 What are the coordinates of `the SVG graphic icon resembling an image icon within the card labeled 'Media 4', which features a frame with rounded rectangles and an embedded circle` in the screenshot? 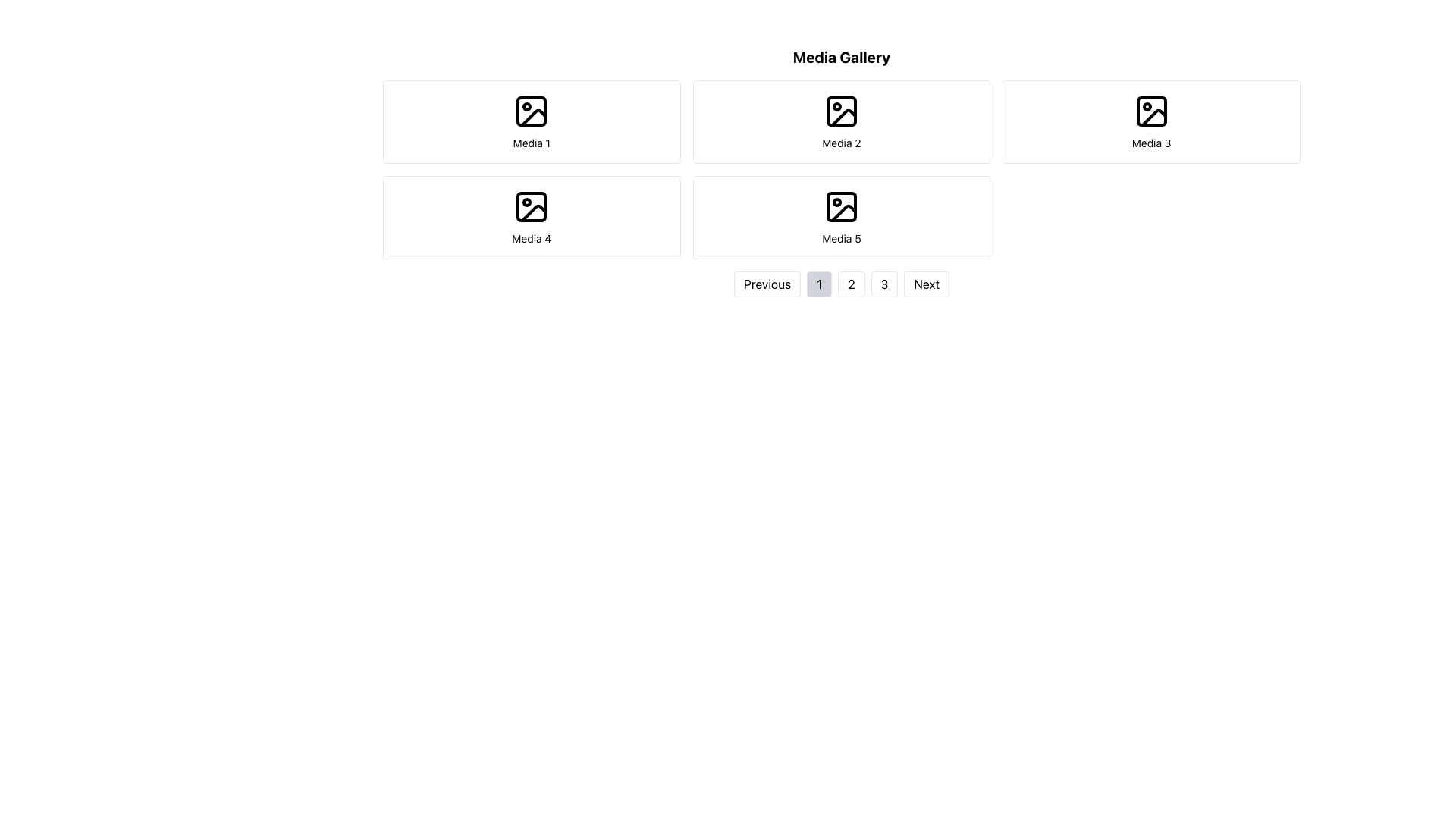 It's located at (532, 207).